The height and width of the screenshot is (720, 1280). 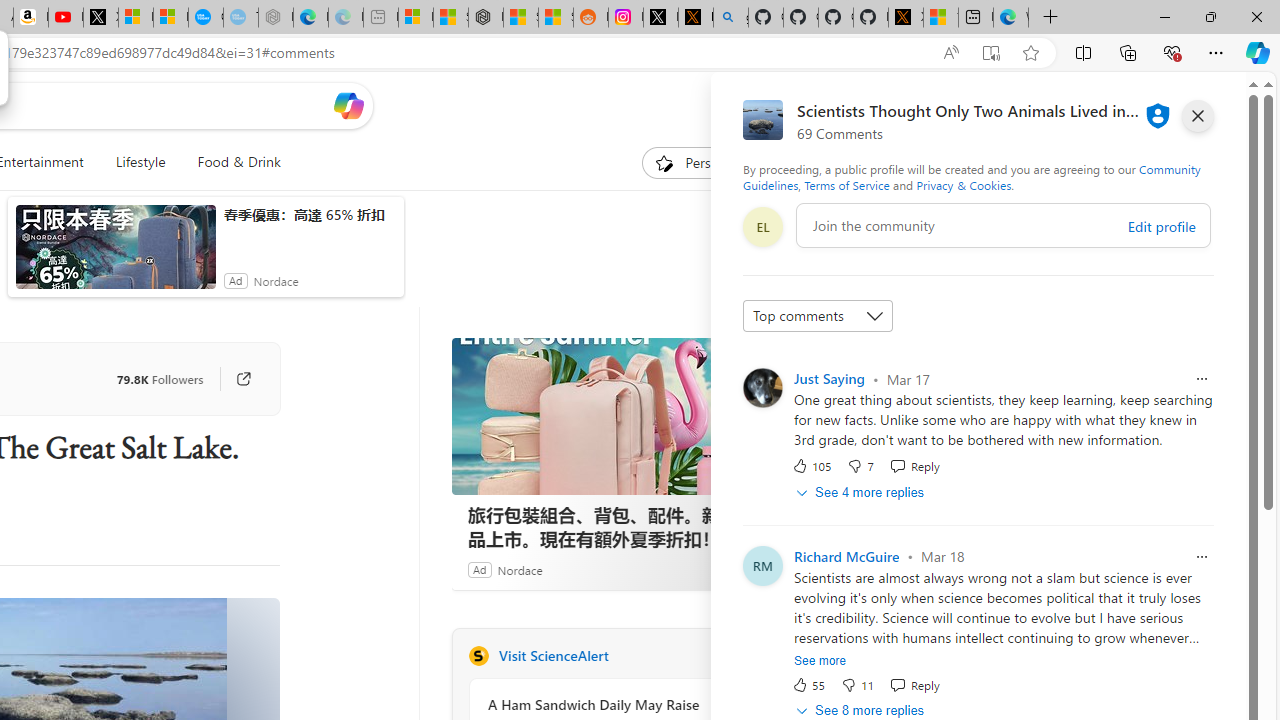 What do you see at coordinates (856, 683) in the screenshot?
I see `'Dislike'` at bounding box center [856, 683].